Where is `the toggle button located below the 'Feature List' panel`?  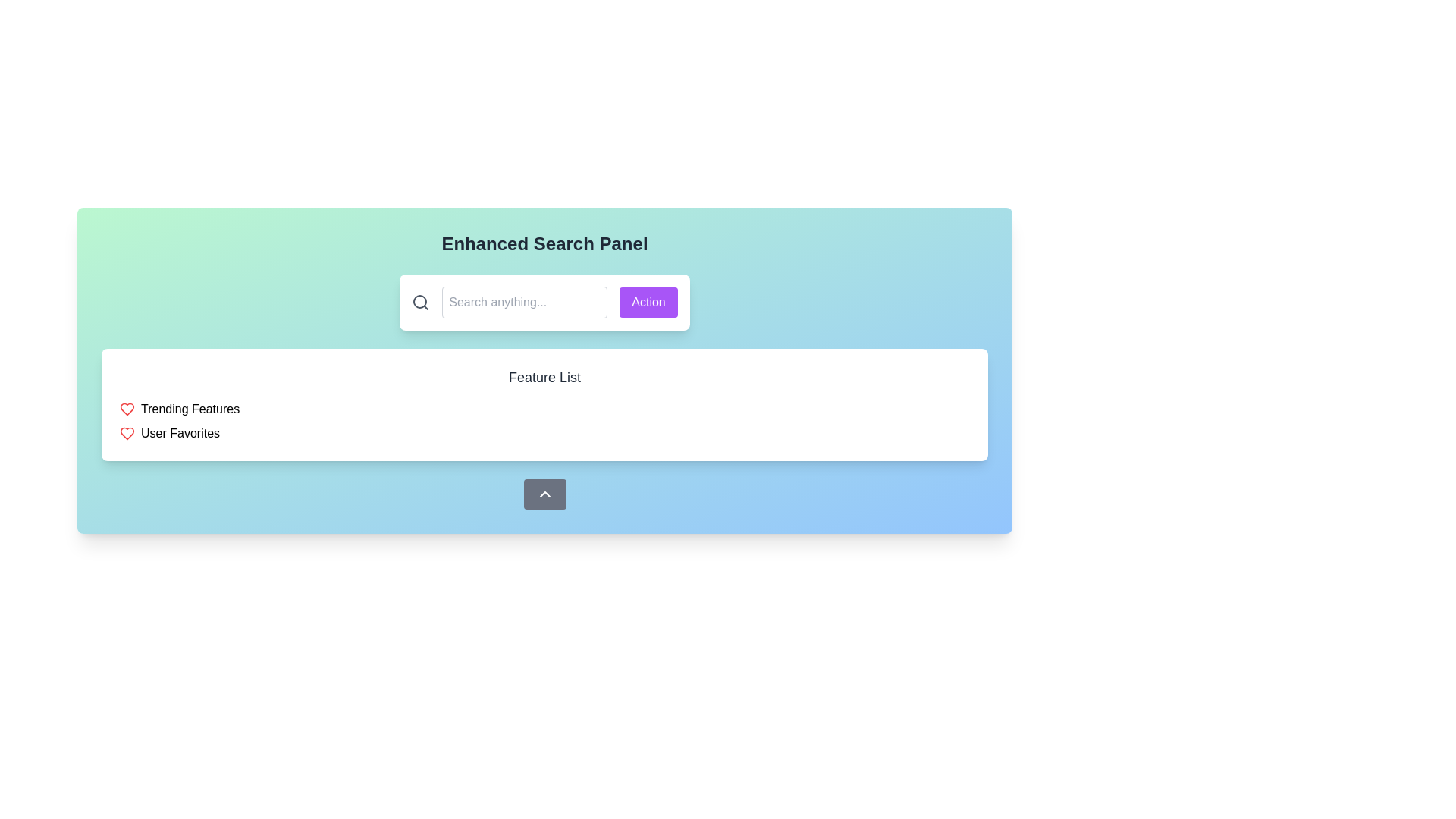
the toggle button located below the 'Feature List' panel is located at coordinates (544, 494).